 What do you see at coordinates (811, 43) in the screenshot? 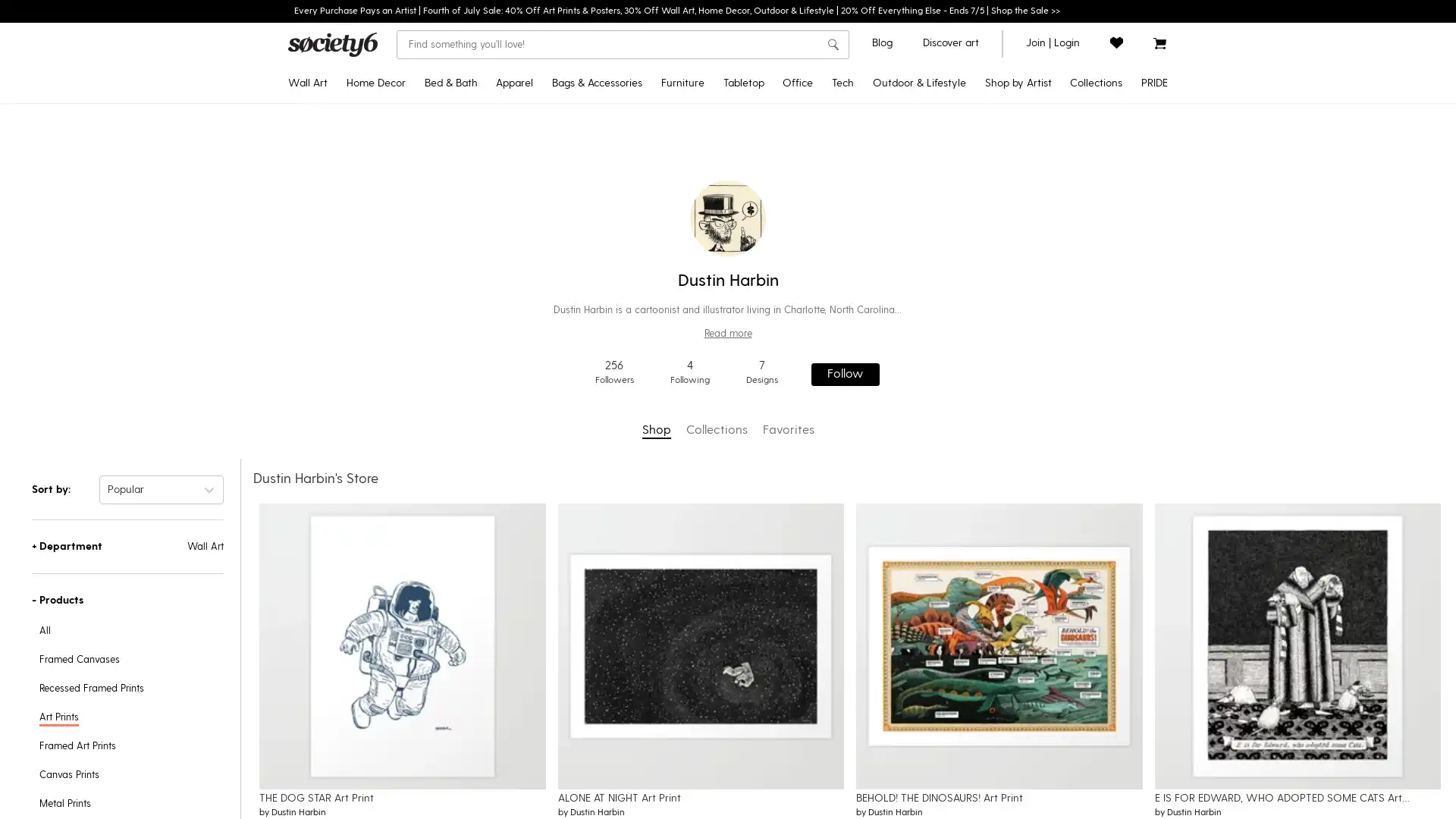
I see `Clear search` at bounding box center [811, 43].